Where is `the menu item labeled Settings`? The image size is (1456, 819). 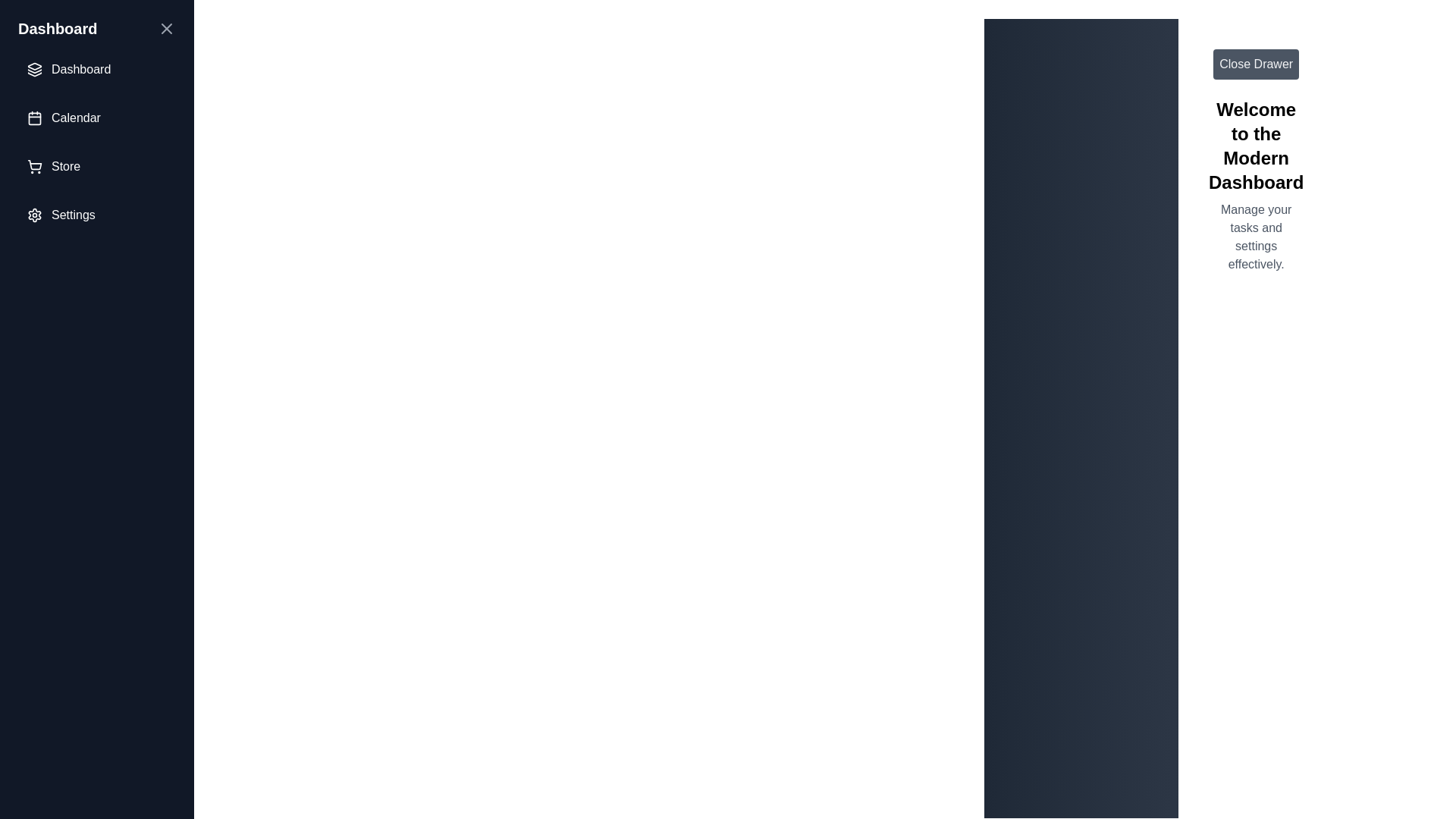
the menu item labeled Settings is located at coordinates (96, 215).